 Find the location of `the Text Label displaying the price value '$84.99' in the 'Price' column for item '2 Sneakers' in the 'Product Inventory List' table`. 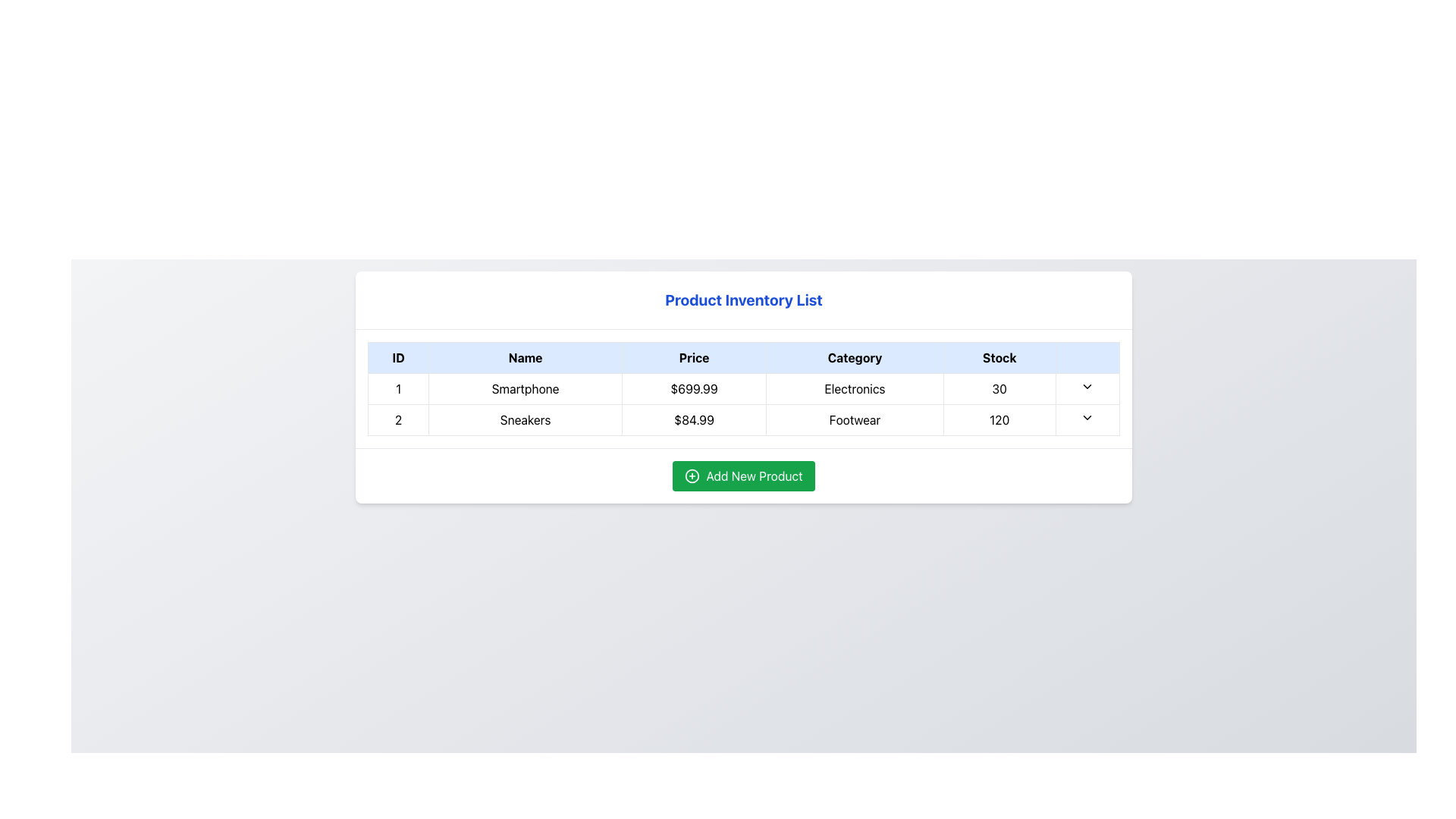

the Text Label displaying the price value '$84.99' in the 'Price' column for item '2 Sneakers' in the 'Product Inventory List' table is located at coordinates (693, 420).